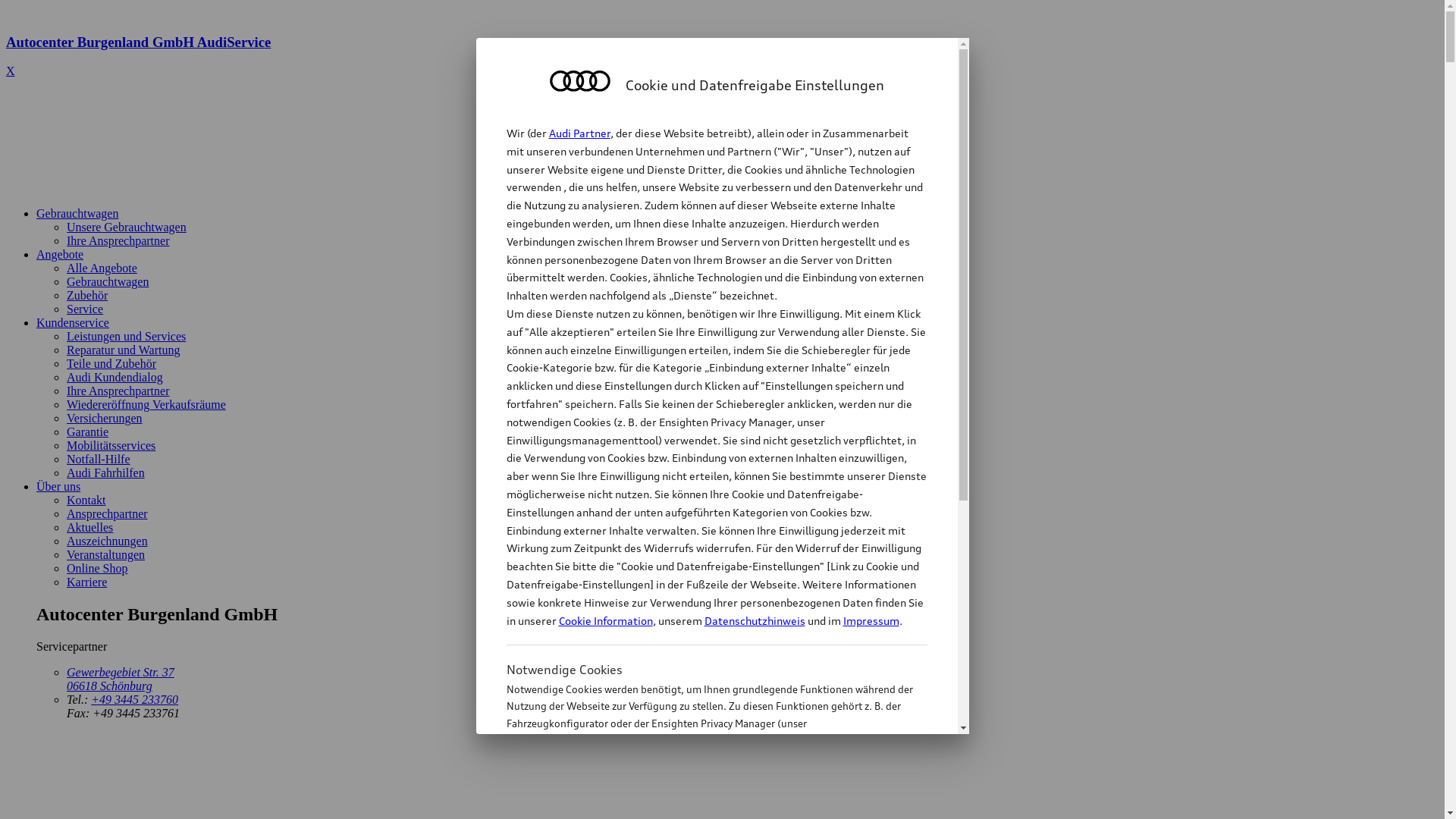 Image resolution: width=1456 pixels, height=819 pixels. I want to click on 'Karriere', so click(86, 581).